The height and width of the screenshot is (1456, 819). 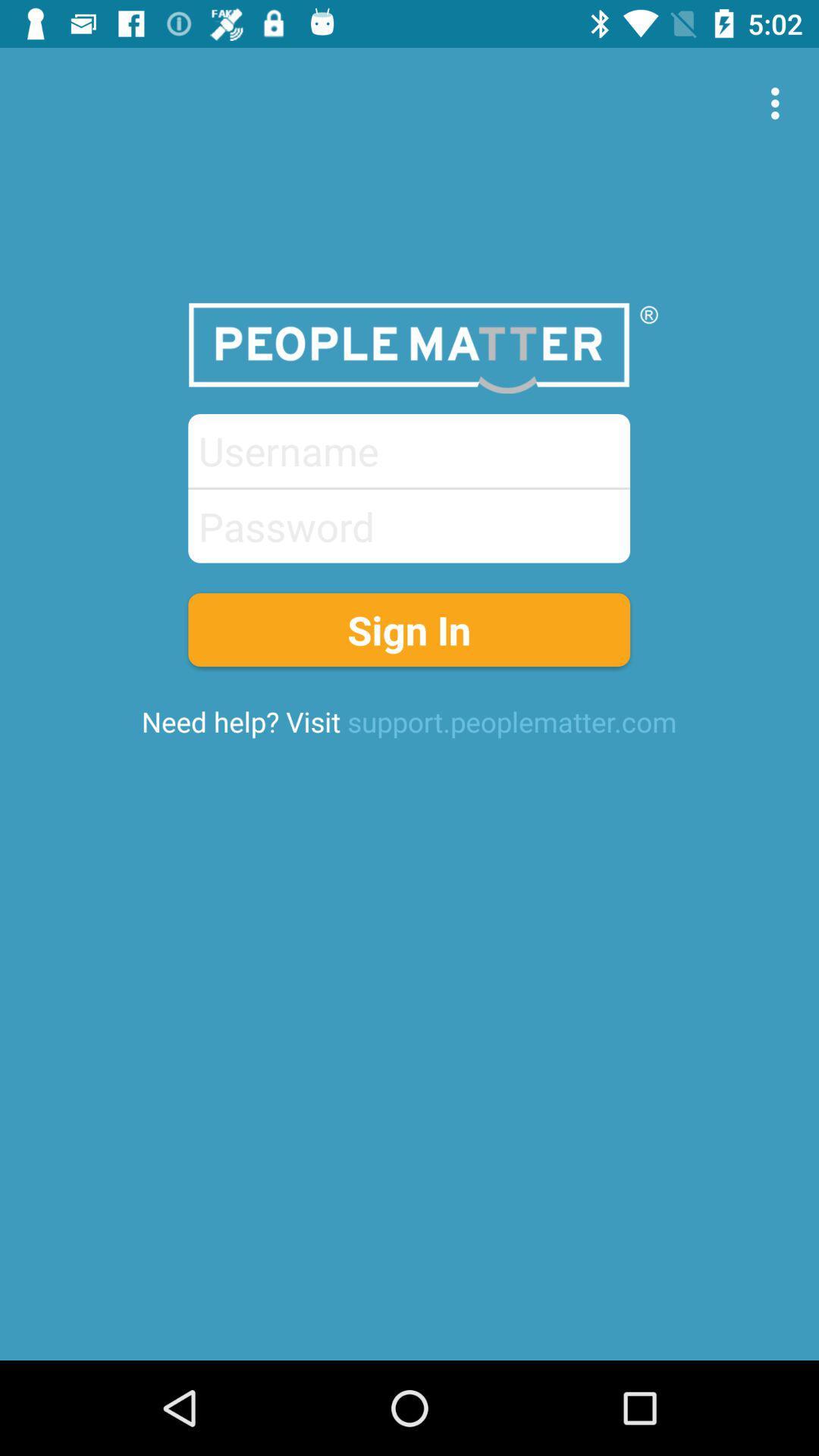 What do you see at coordinates (408, 629) in the screenshot?
I see `the icon above need help visit icon` at bounding box center [408, 629].